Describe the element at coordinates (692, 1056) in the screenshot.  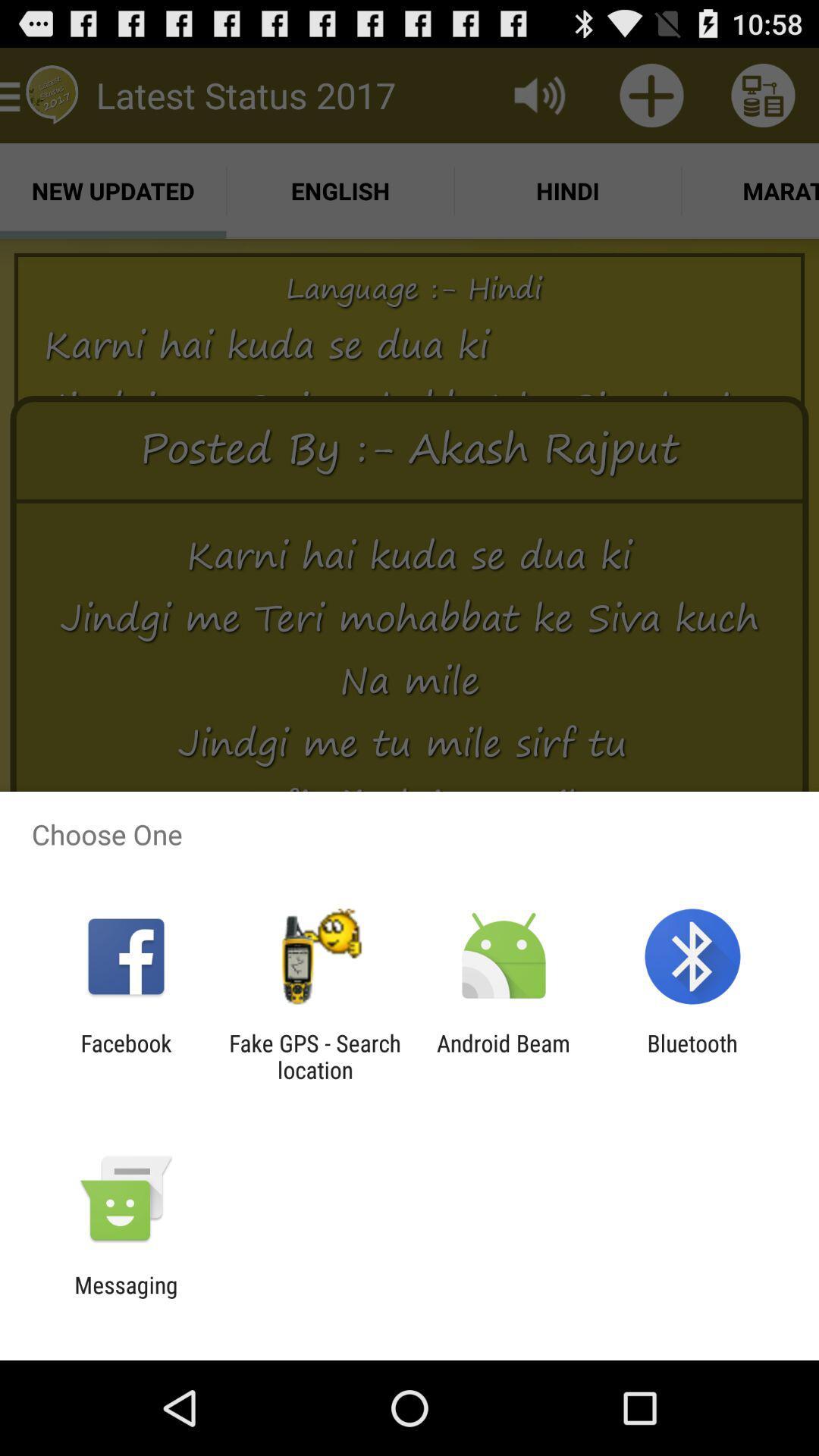
I see `the app next to the android beam` at that location.